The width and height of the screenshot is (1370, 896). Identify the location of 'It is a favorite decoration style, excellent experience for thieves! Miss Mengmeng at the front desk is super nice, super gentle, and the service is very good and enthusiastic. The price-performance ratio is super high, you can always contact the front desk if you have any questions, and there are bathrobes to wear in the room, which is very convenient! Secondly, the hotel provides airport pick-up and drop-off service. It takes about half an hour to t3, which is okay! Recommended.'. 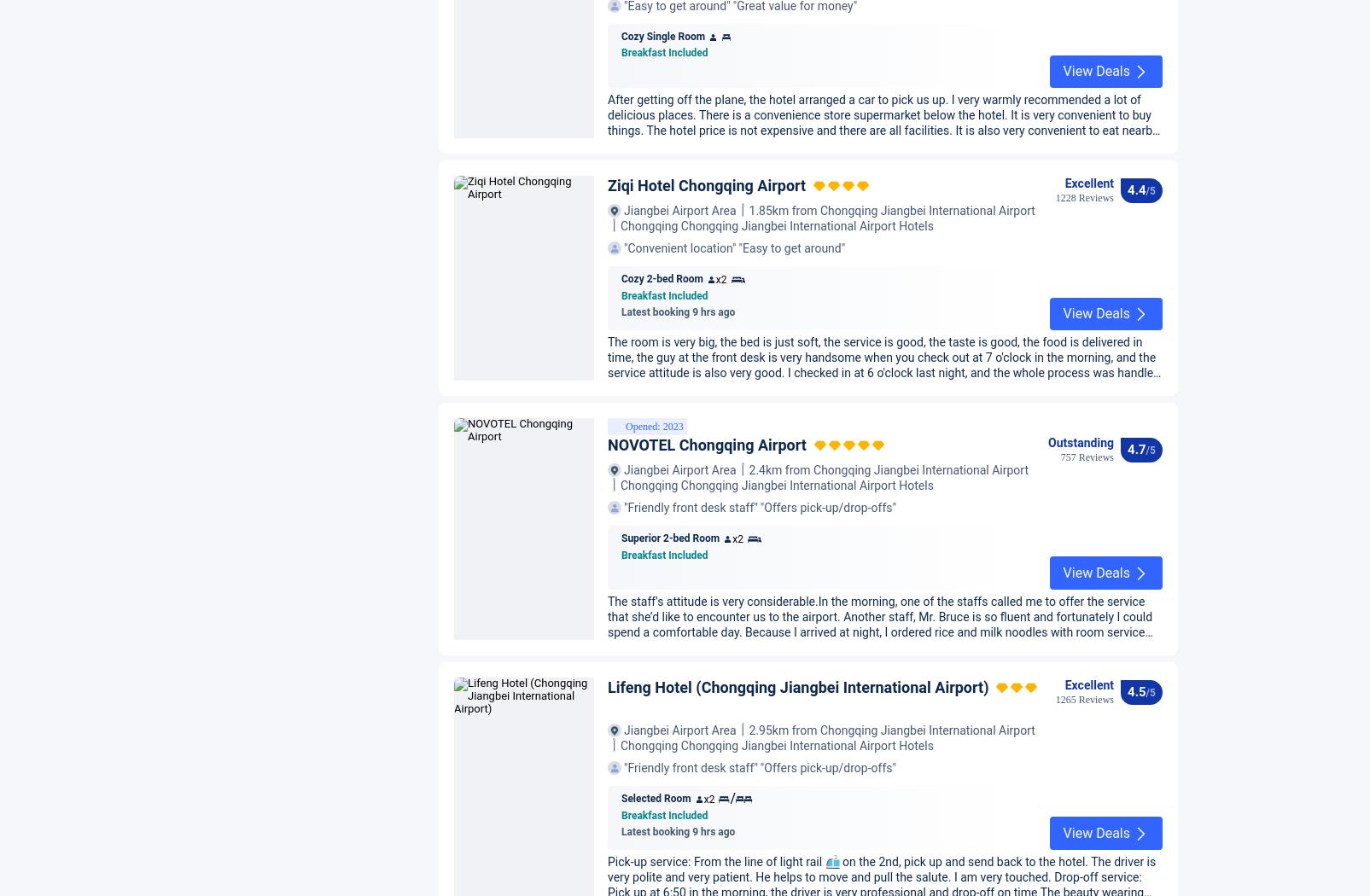
(878, 327).